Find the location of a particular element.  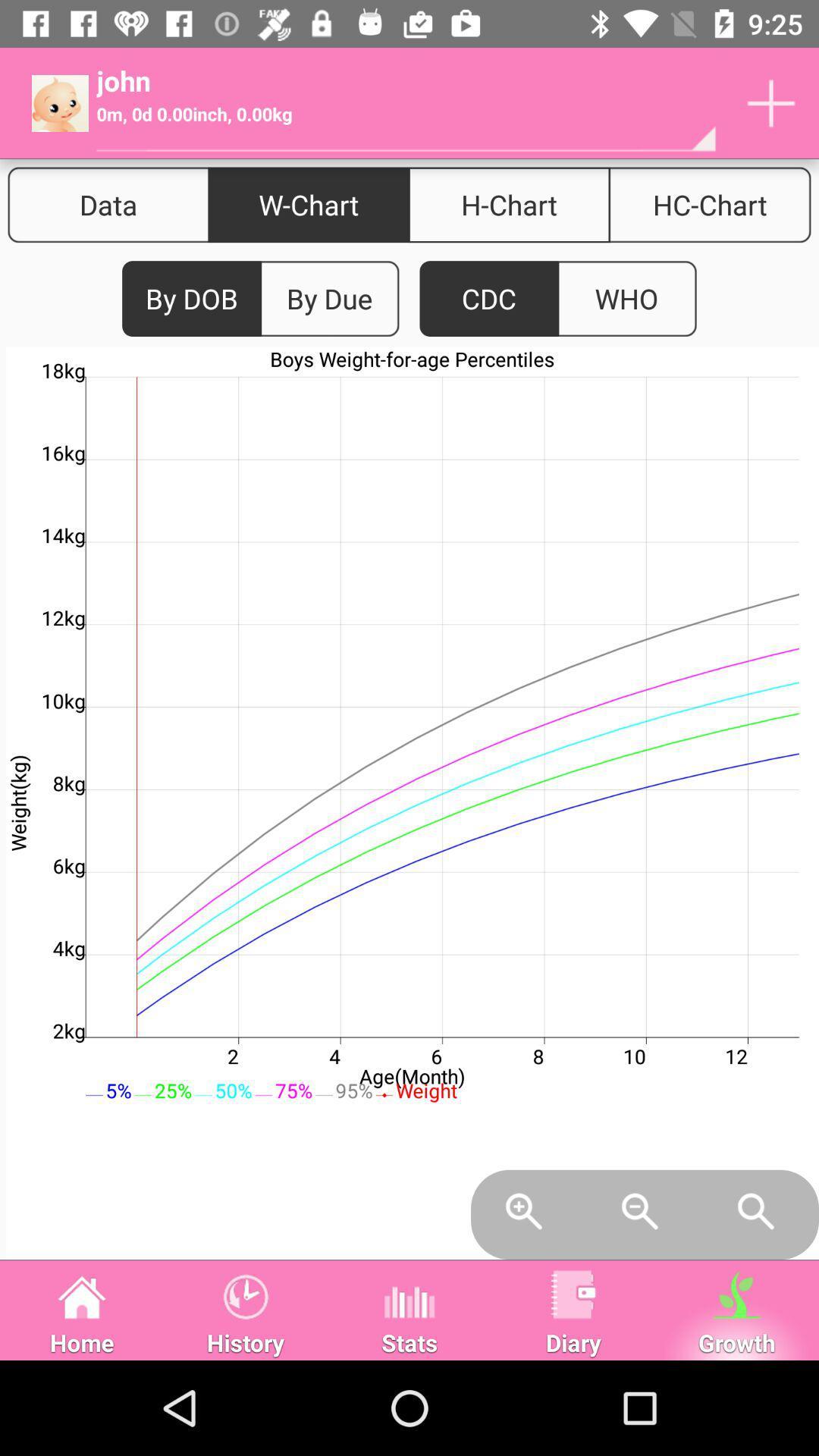

w-chart item is located at coordinates (308, 204).